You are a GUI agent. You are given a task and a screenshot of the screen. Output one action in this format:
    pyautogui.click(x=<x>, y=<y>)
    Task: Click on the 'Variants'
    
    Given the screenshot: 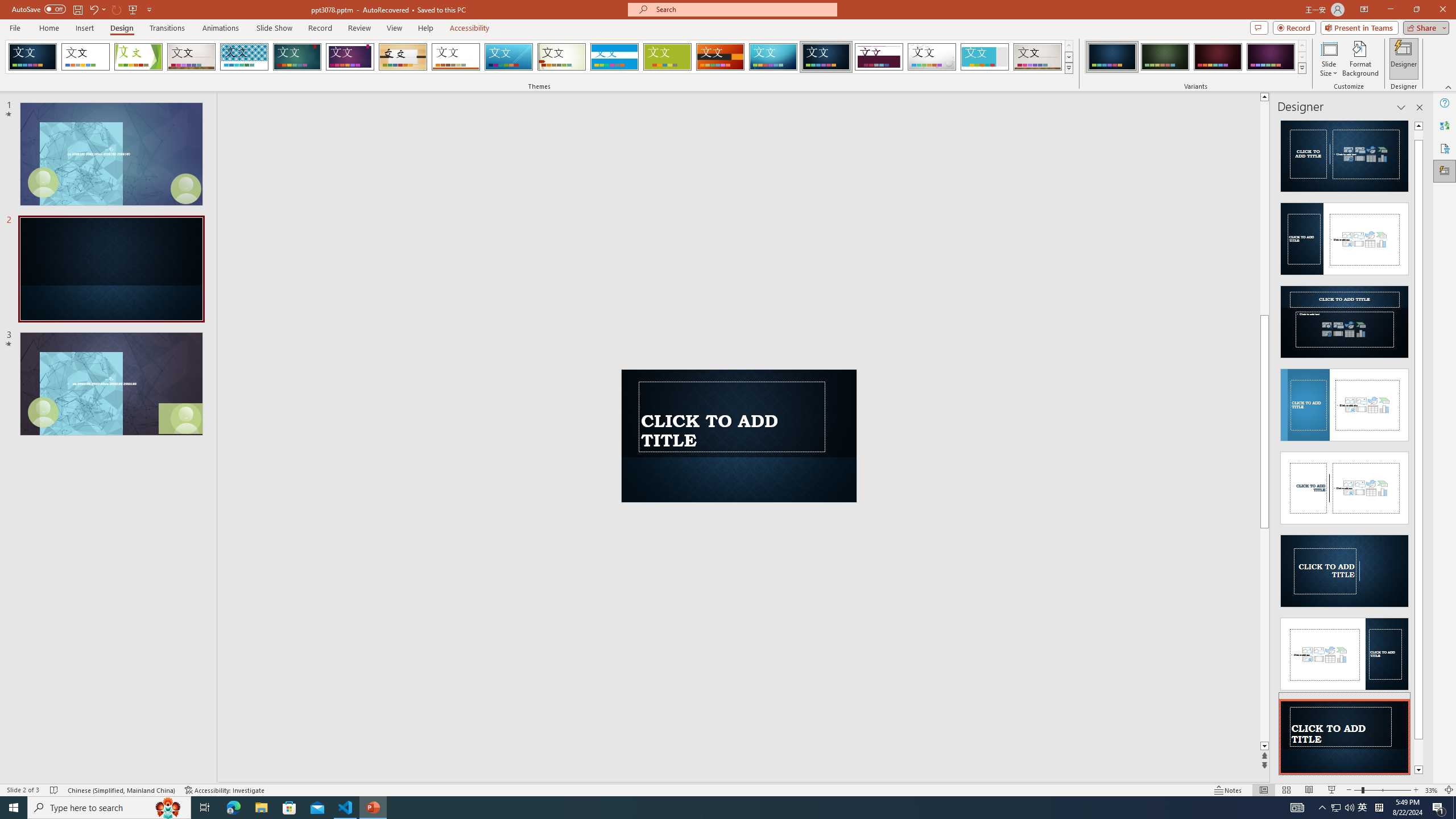 What is the action you would take?
    pyautogui.click(x=1301, y=67)
    